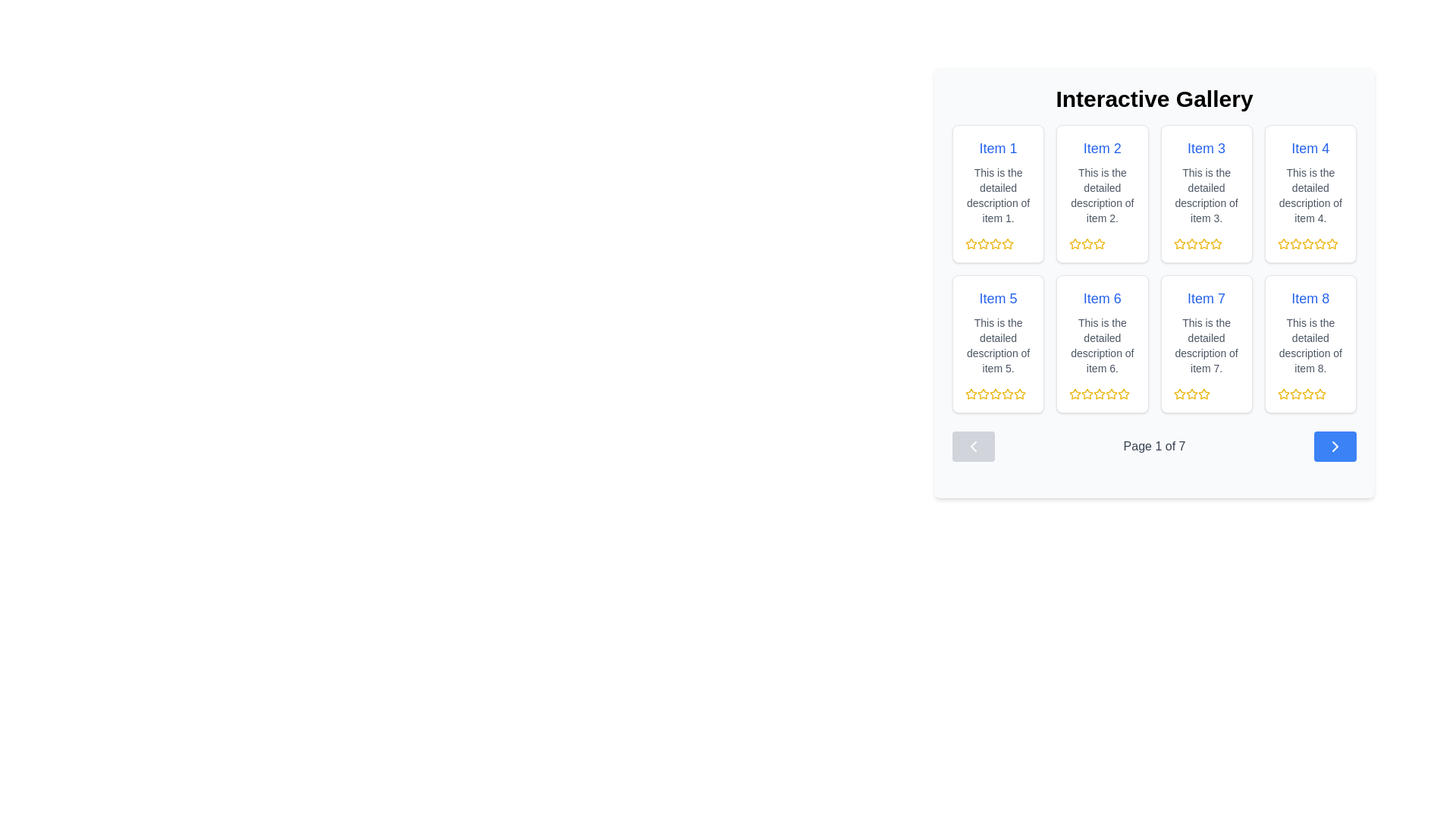 This screenshot has width=1456, height=819. Describe the element at coordinates (1178, 243) in the screenshot. I see `the yellow hollow center star icon to rate it, which is the first star in the rating row beneath the 'Item 3' card in the interactive gallery grid` at that location.